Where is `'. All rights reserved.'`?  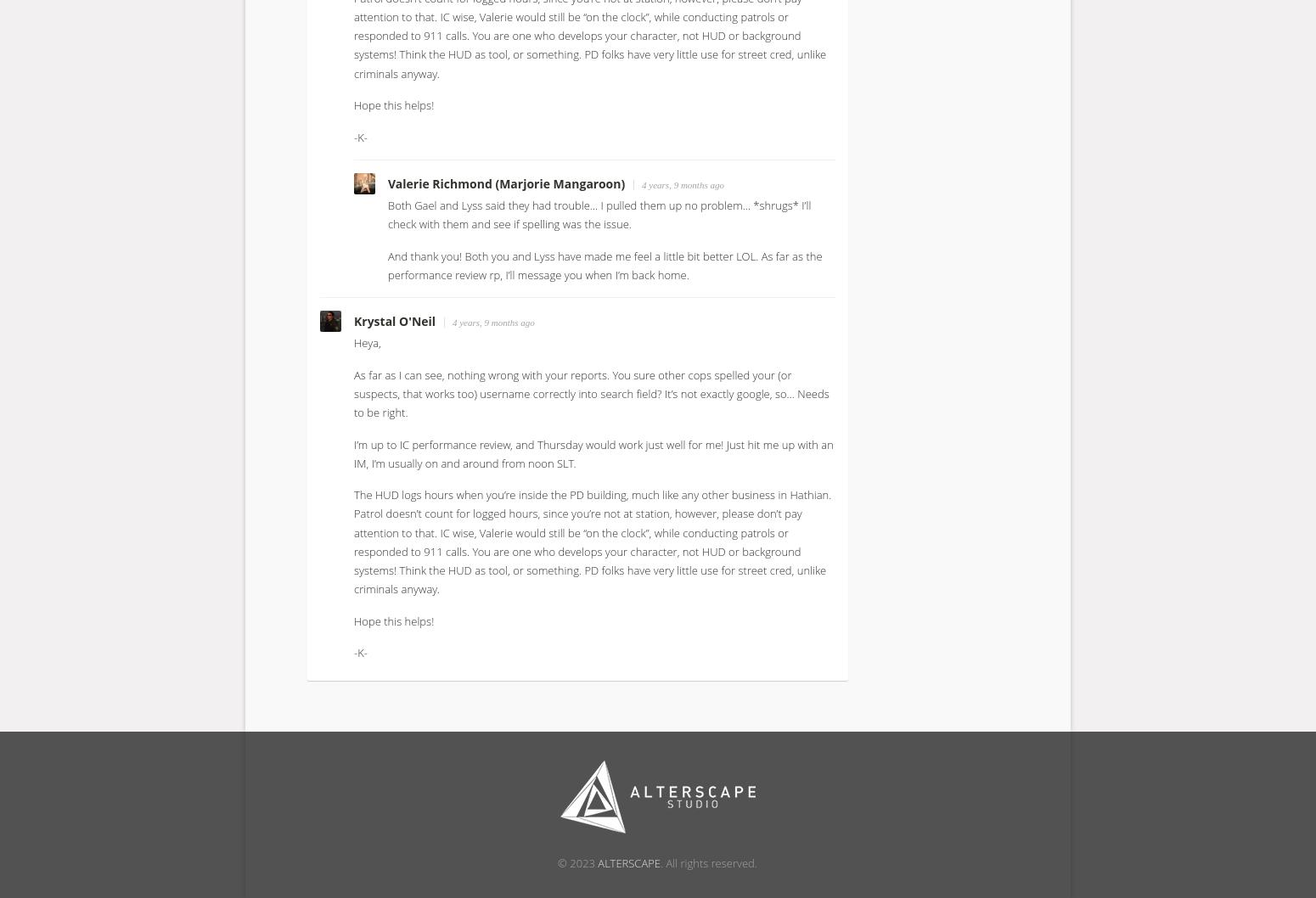
'. All rights reserved.' is located at coordinates (659, 861).